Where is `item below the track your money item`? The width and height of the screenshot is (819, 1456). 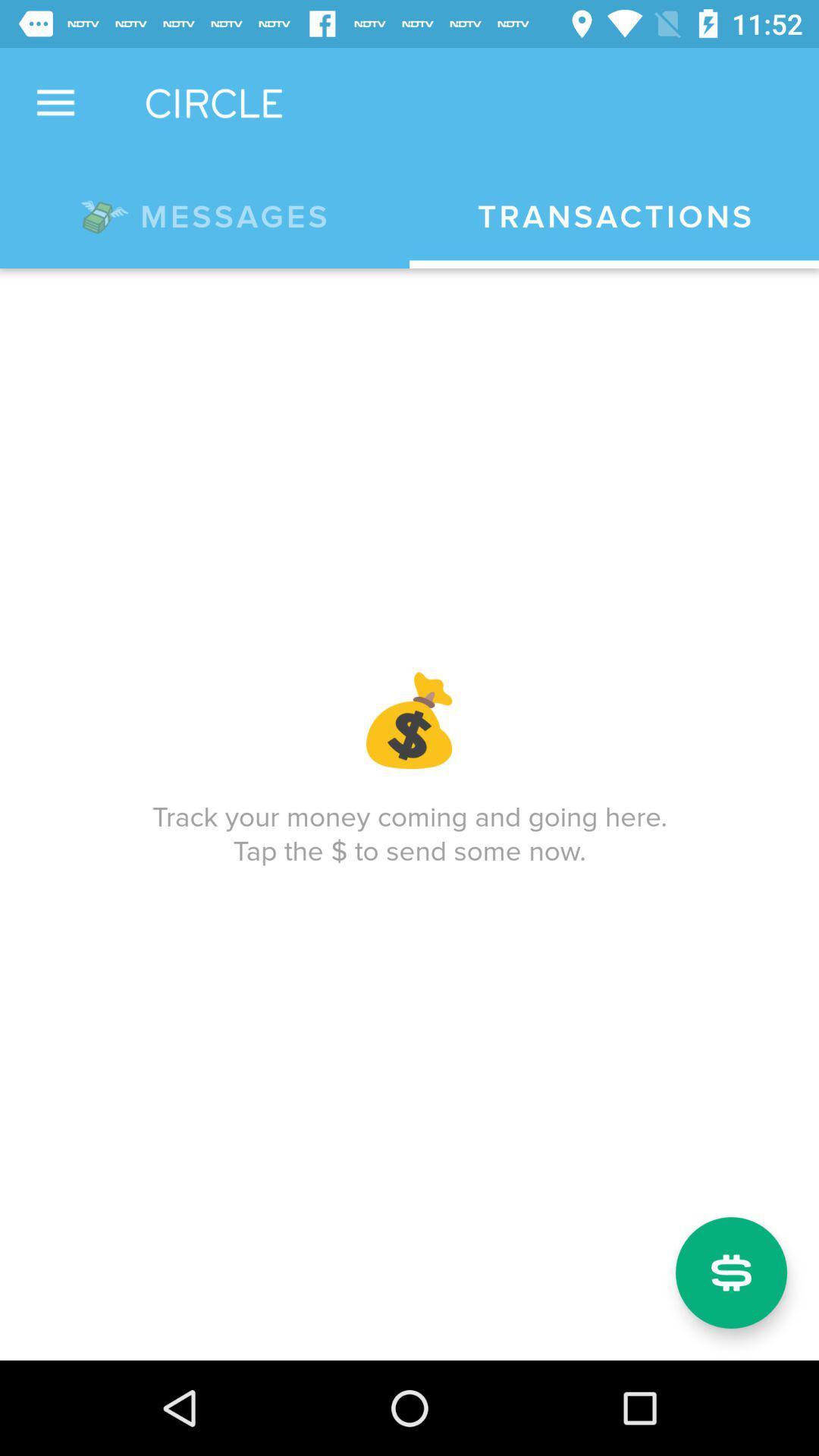
item below the track your money item is located at coordinates (730, 1272).